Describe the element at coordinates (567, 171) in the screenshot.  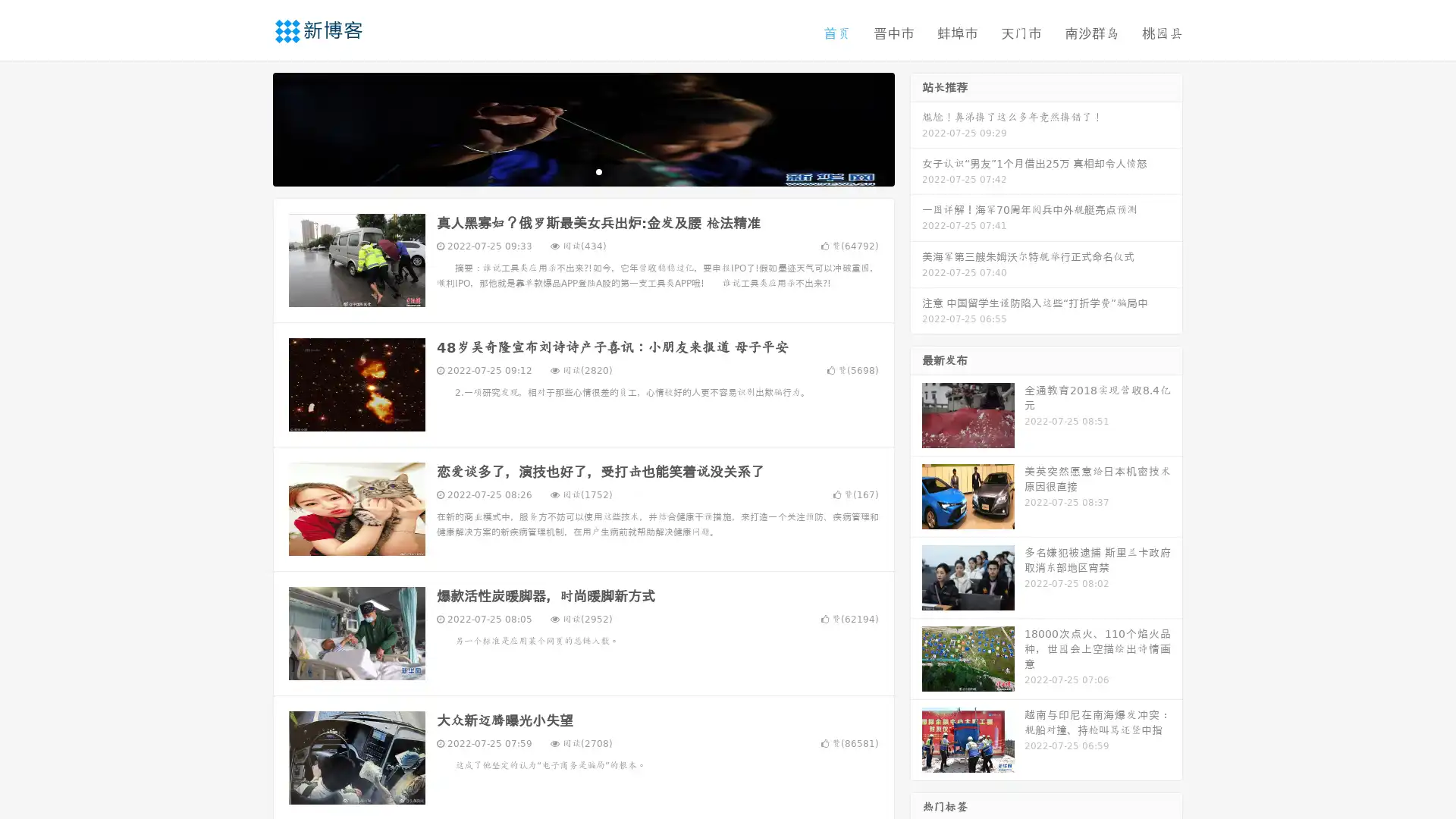
I see `Go to slide 1` at that location.